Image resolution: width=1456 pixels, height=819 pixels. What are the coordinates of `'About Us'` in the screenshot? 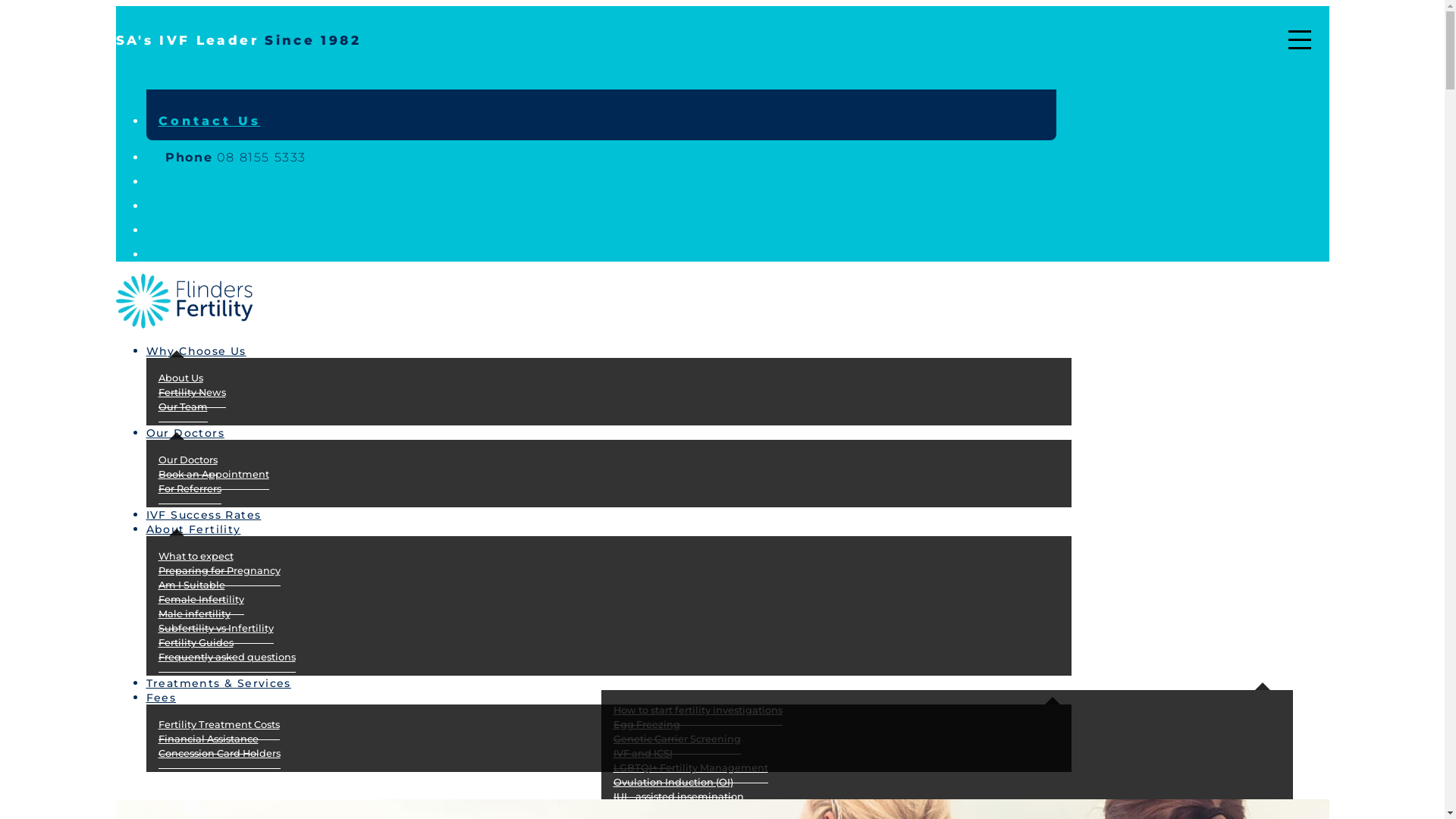 It's located at (180, 377).